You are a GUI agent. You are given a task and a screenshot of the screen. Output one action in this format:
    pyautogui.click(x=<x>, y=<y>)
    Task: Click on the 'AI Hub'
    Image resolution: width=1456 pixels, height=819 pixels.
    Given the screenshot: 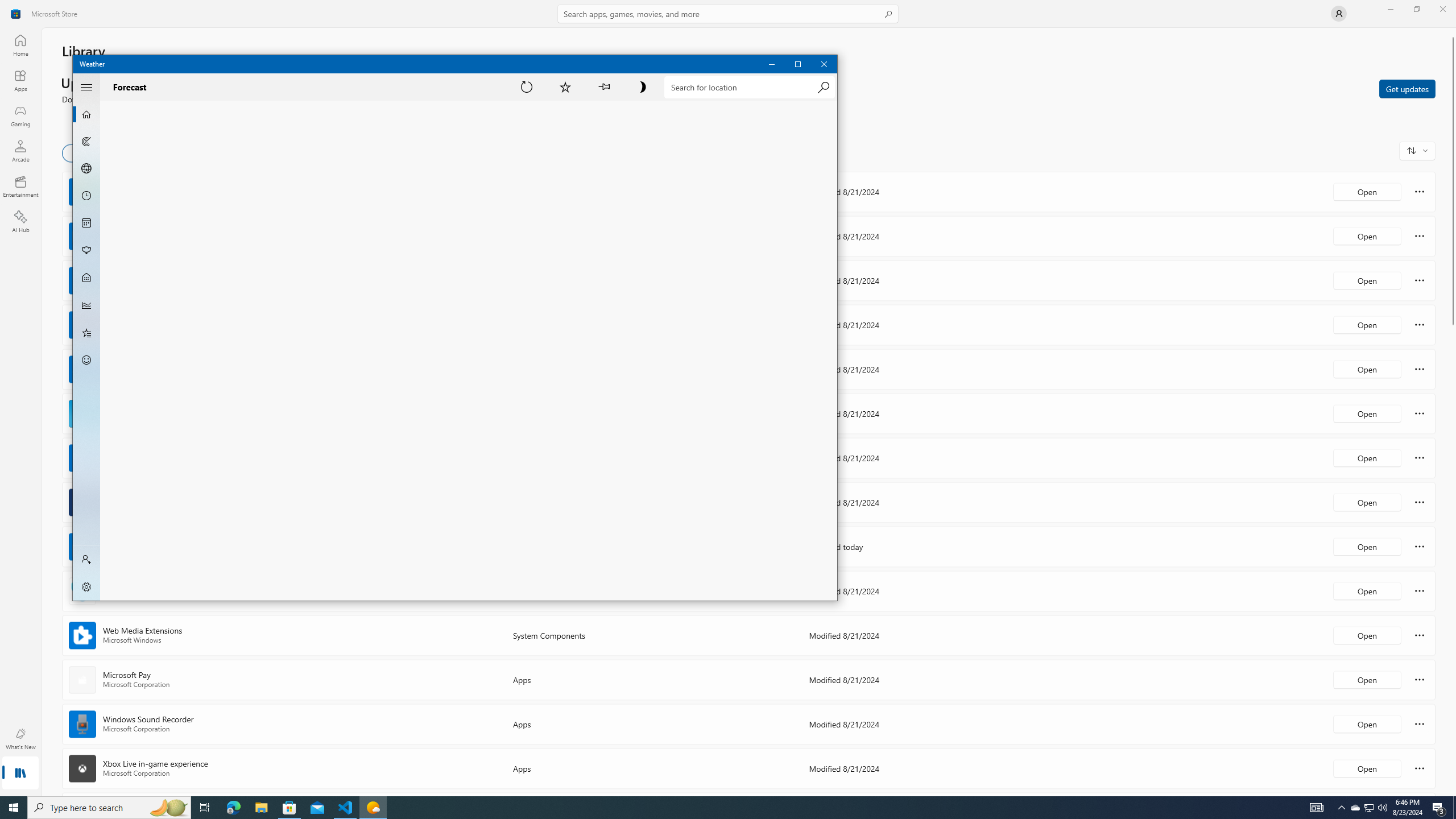 What is the action you would take?
    pyautogui.click(x=19, y=221)
    